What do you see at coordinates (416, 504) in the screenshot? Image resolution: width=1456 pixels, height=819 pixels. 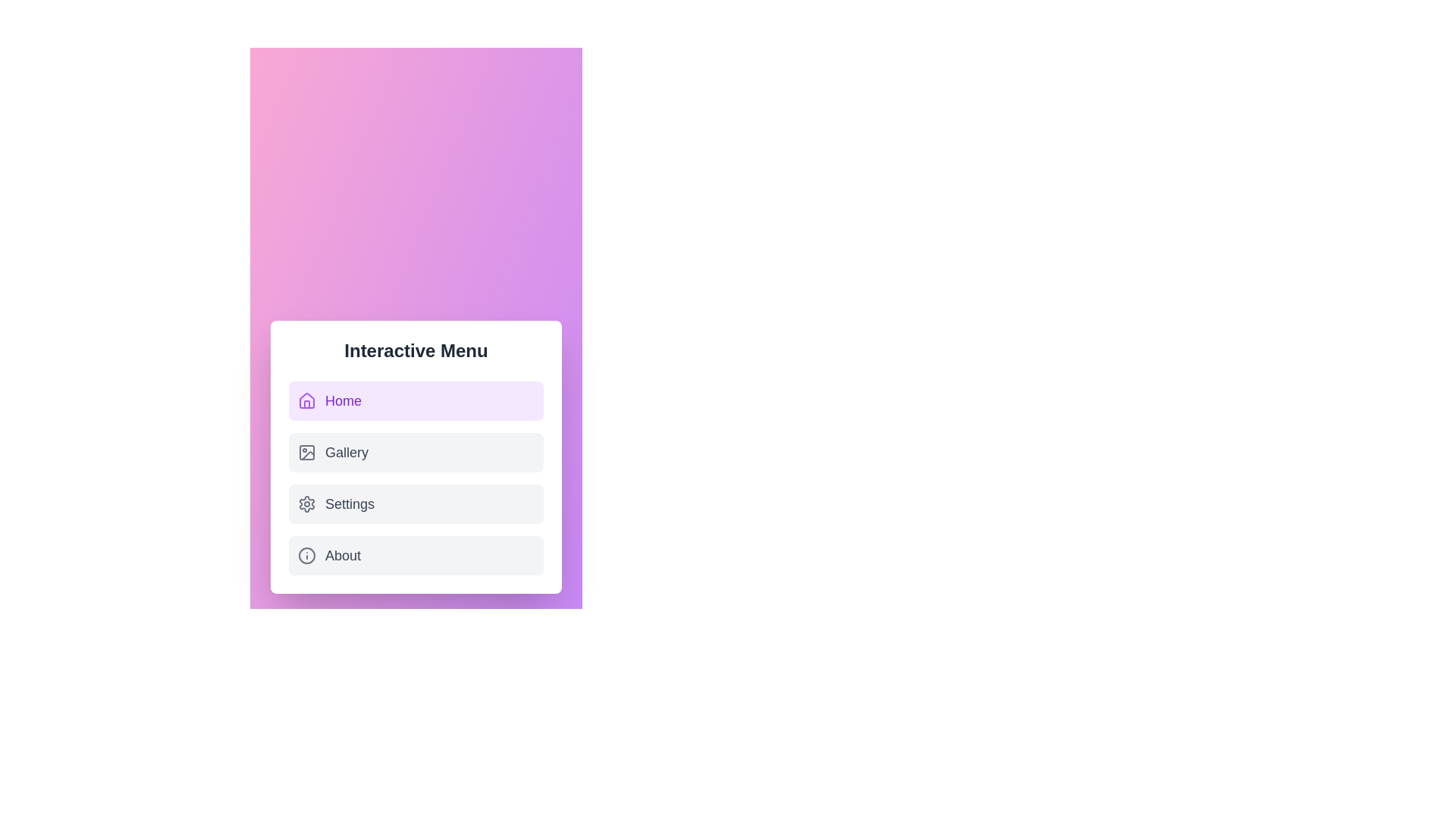 I see `the tab labeled Settings to switch to that tab` at bounding box center [416, 504].